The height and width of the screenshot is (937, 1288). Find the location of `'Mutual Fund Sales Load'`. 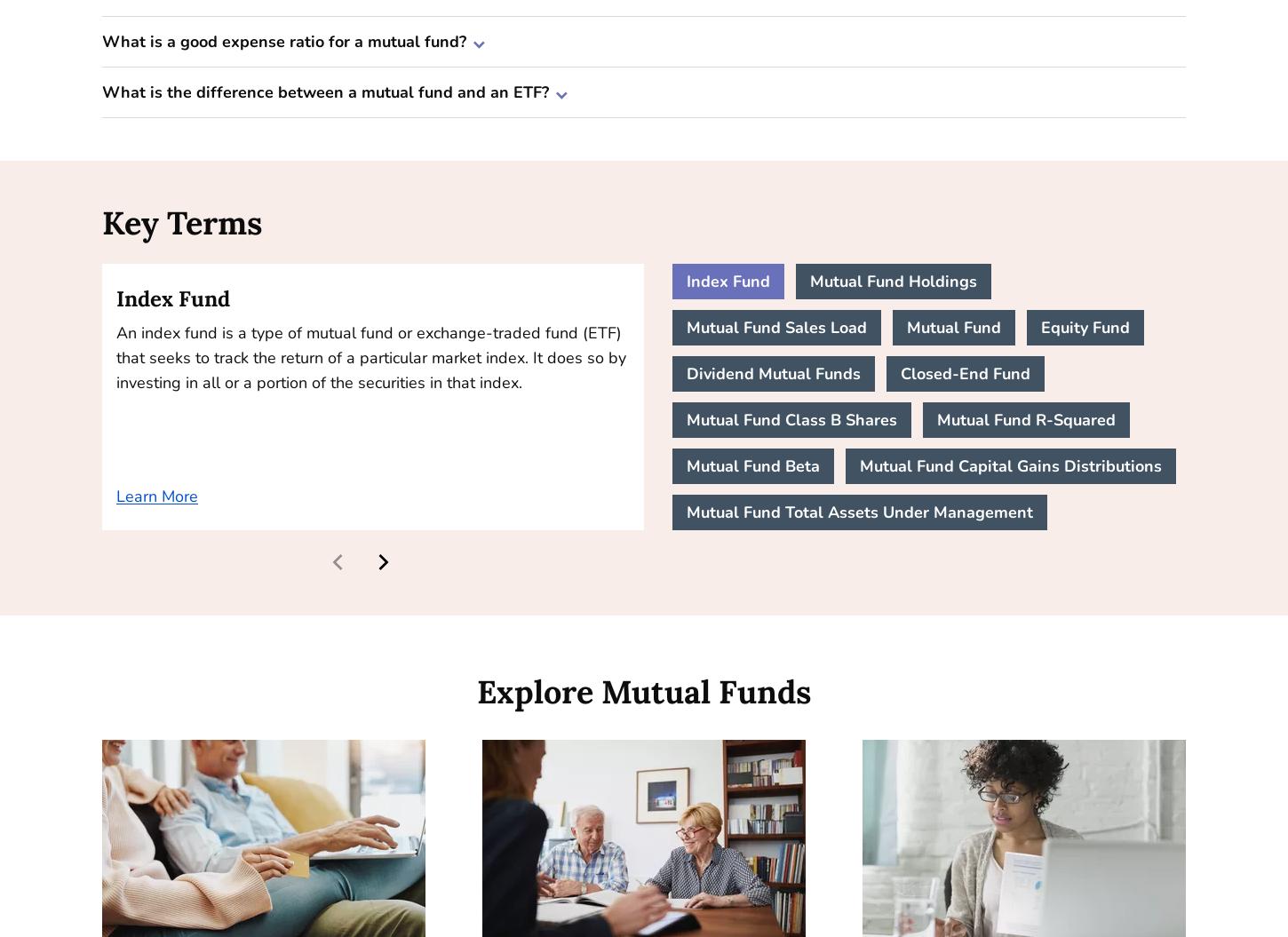

'Mutual Fund Sales Load' is located at coordinates (775, 328).